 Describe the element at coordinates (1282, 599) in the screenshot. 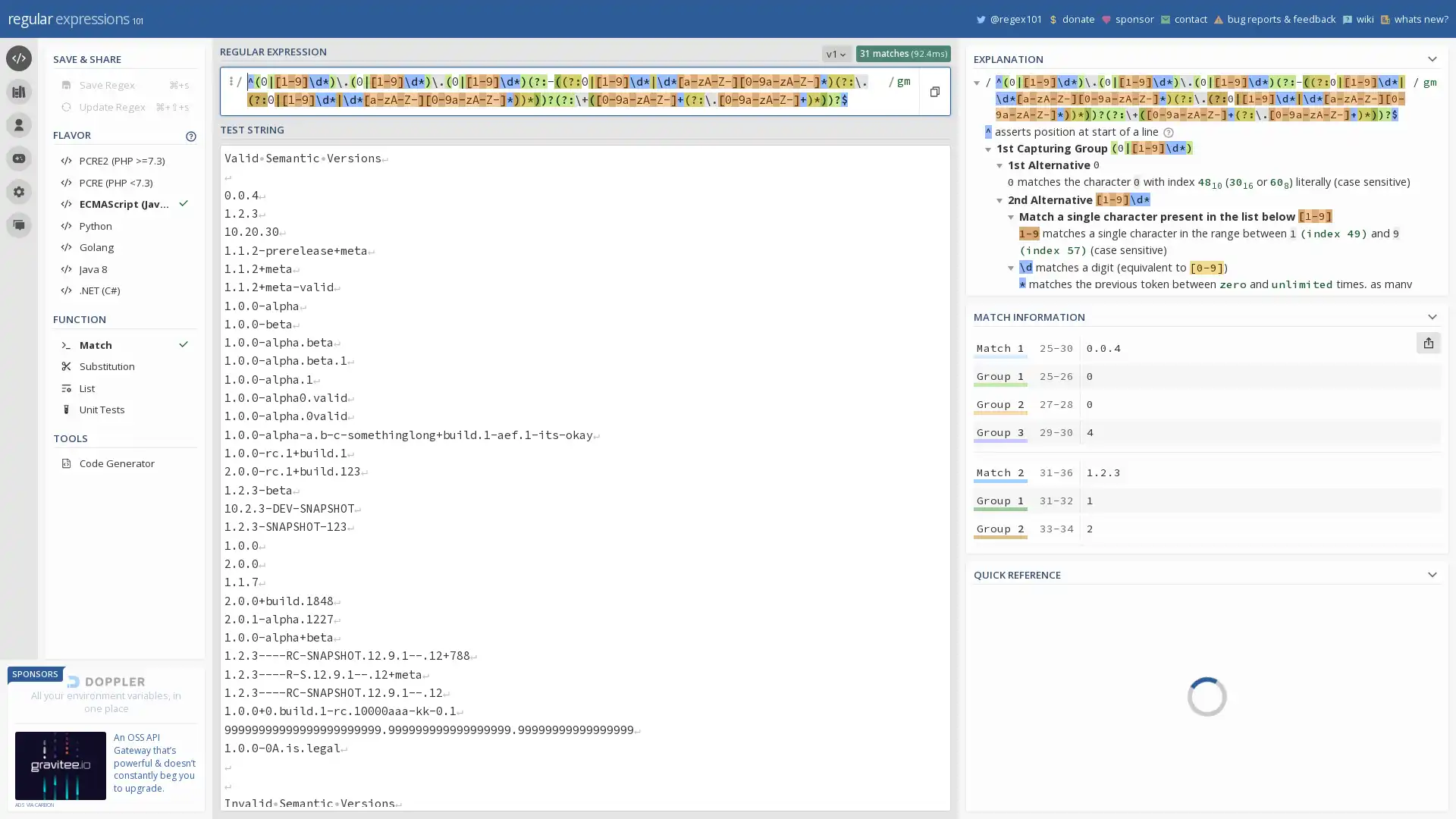

I see `A single character of: a, b or c [abc]` at that location.